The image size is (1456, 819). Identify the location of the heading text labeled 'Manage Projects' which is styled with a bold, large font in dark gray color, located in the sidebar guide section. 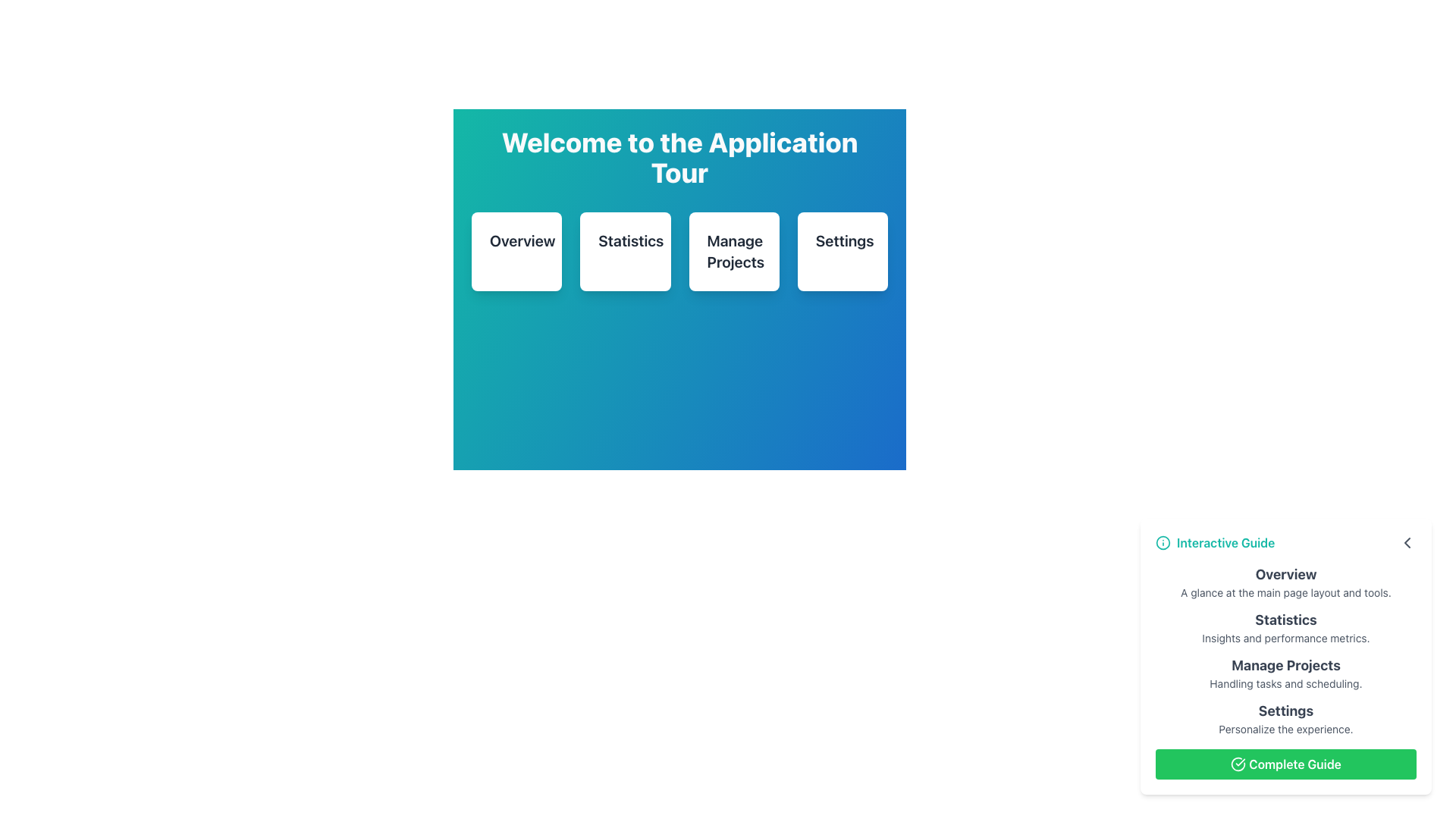
(1285, 665).